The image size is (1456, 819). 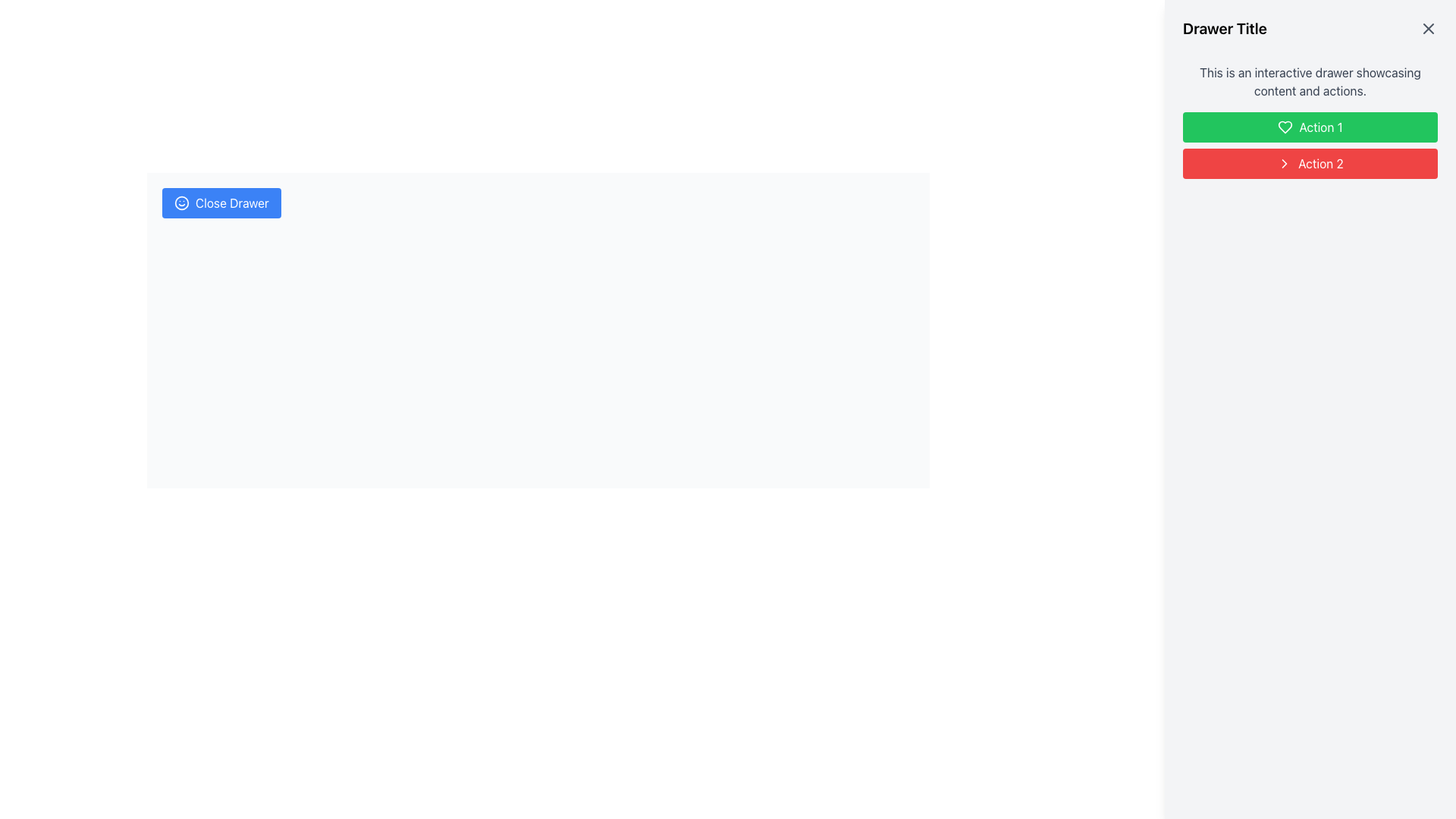 I want to click on the red button labeled 'Action 2' with a rightward chevron icon, so click(x=1310, y=164).